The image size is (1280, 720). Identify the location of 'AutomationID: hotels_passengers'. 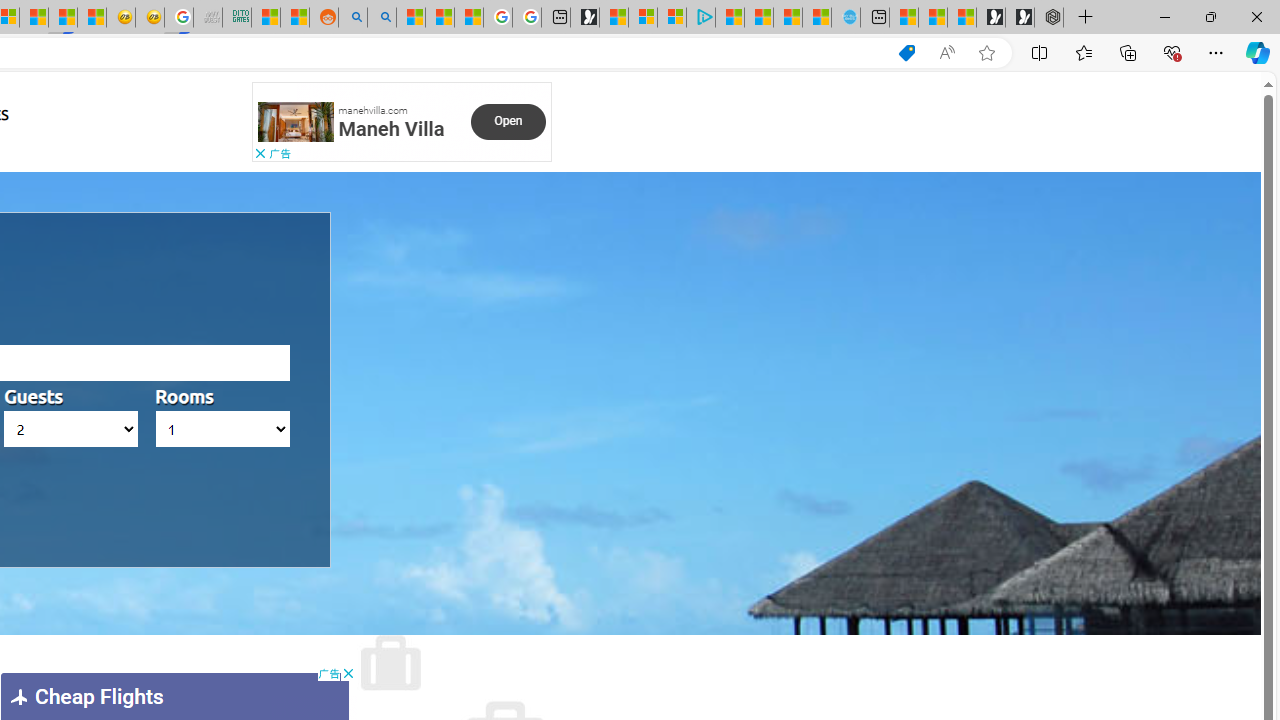
(71, 428).